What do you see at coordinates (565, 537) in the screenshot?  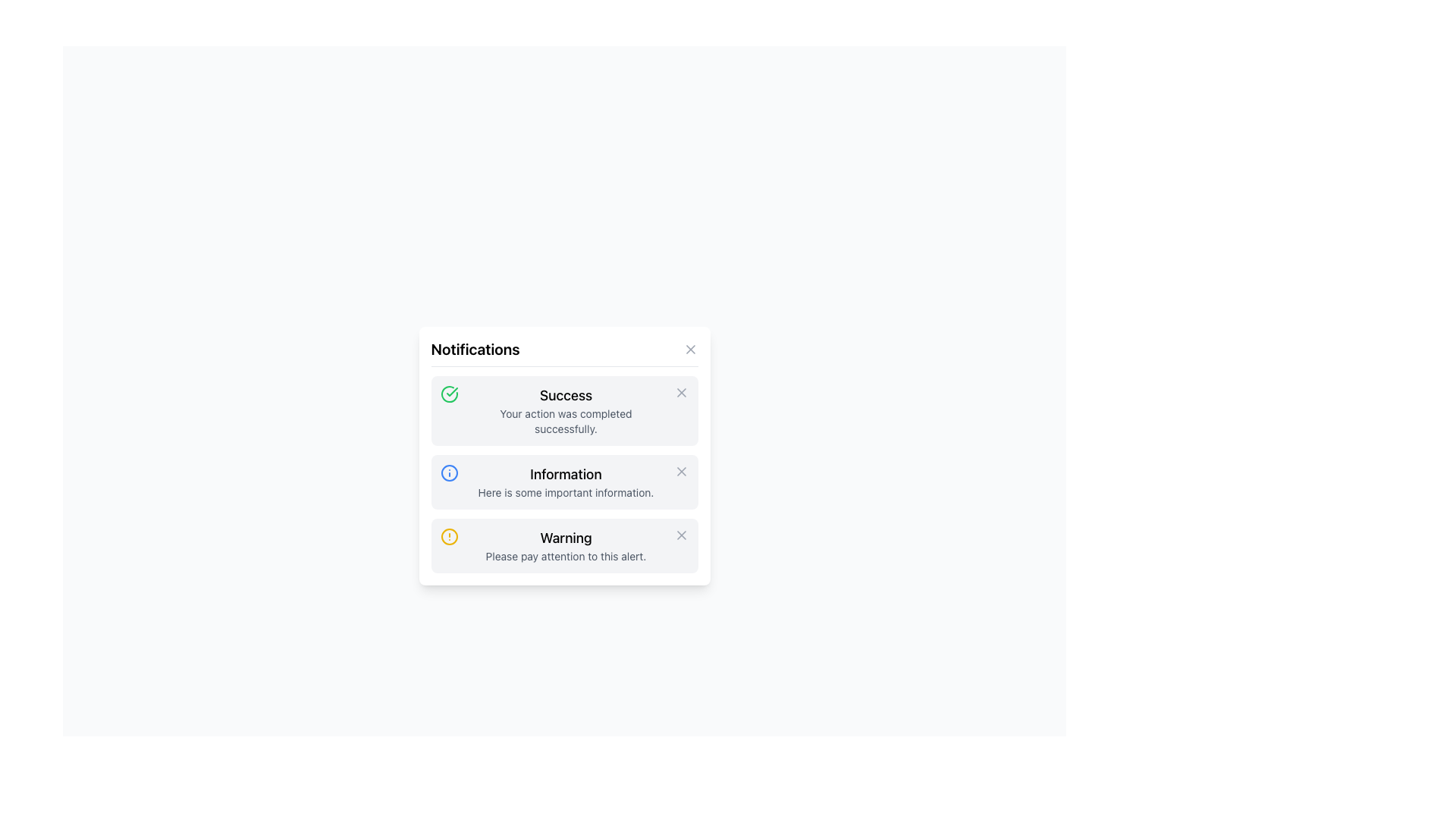 I see `text of the warning title located at the center of the third notification card, which serves as the main heading` at bounding box center [565, 537].